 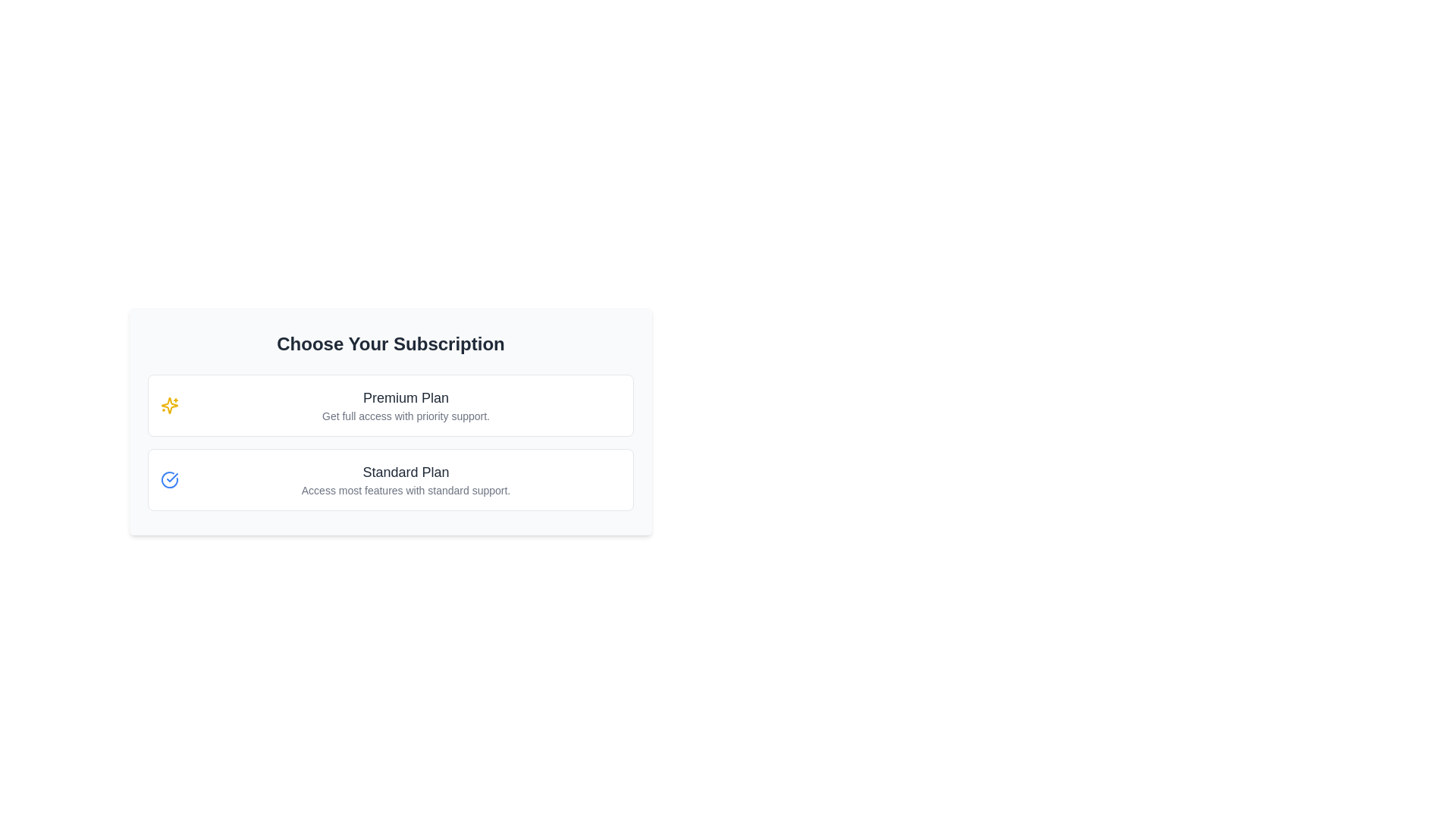 What do you see at coordinates (406, 472) in the screenshot?
I see `text label titled 'Standard Plan' located at the center of the subscription selection interface` at bounding box center [406, 472].